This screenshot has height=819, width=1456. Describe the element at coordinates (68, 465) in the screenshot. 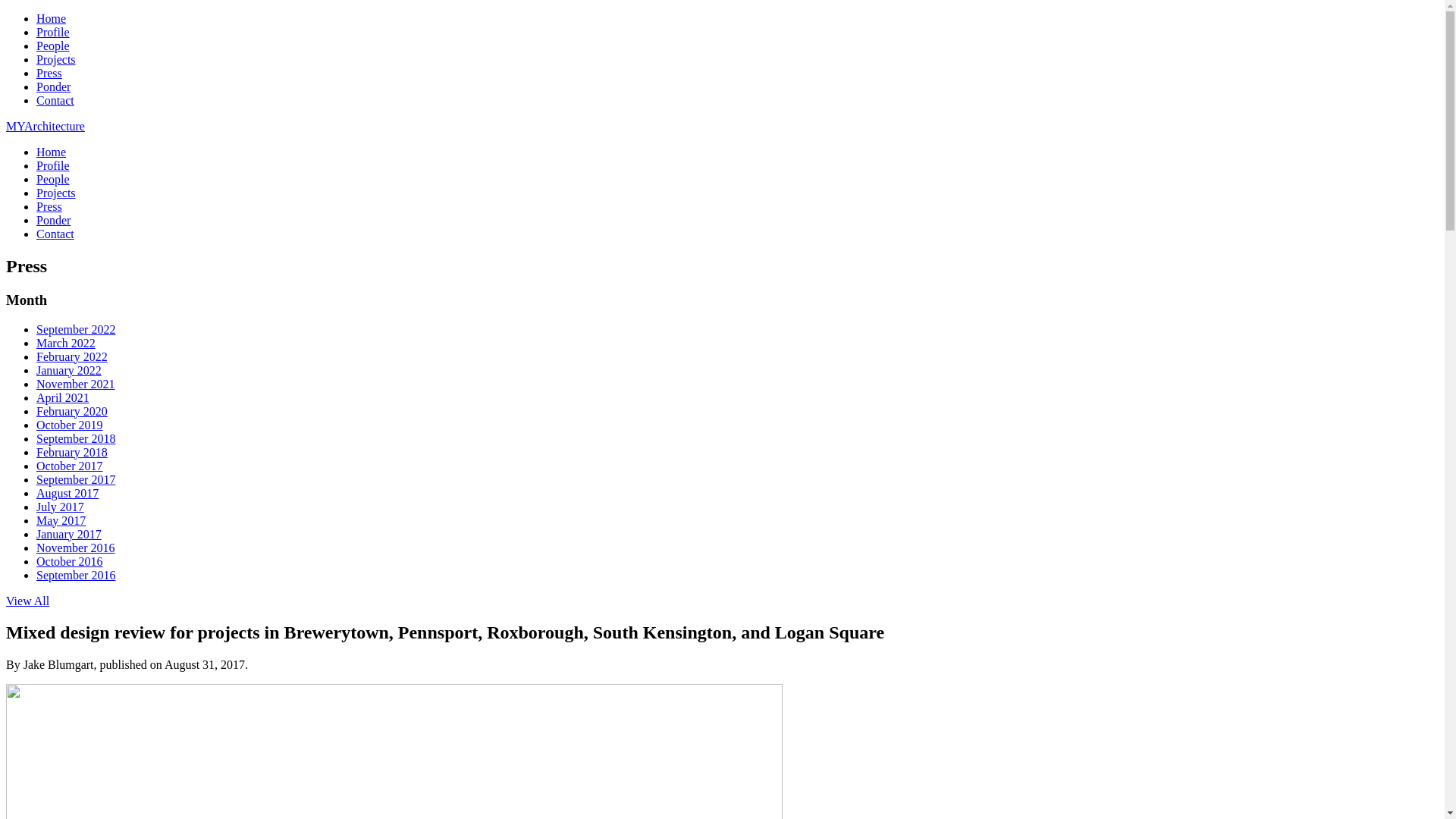

I see `'October 2017'` at that location.